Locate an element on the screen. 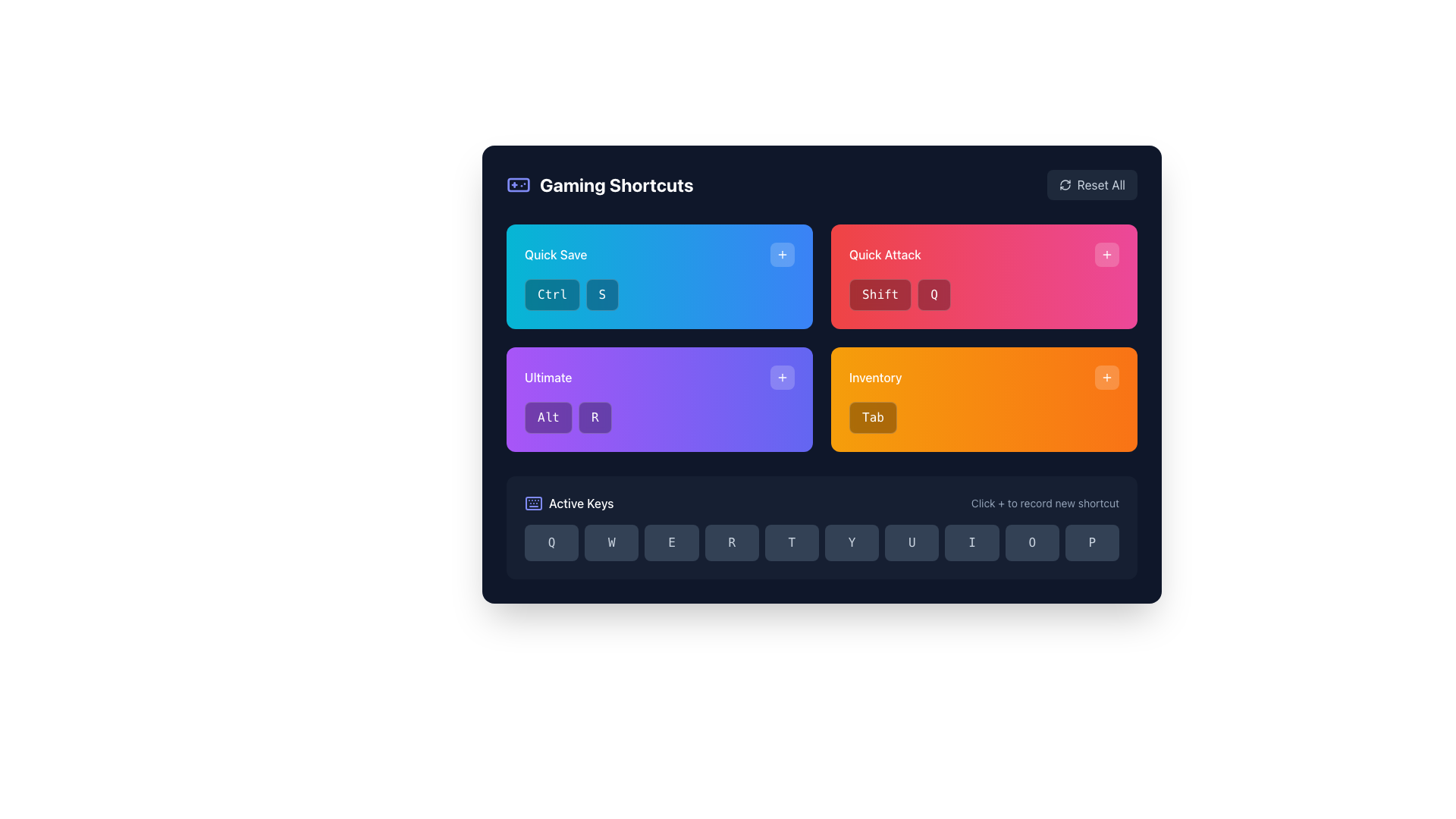 The width and height of the screenshot is (1456, 819). the 'R' button located in the 'Ultimate' section of the interface, positioned to the right of the 'Alt' button is located at coordinates (594, 418).